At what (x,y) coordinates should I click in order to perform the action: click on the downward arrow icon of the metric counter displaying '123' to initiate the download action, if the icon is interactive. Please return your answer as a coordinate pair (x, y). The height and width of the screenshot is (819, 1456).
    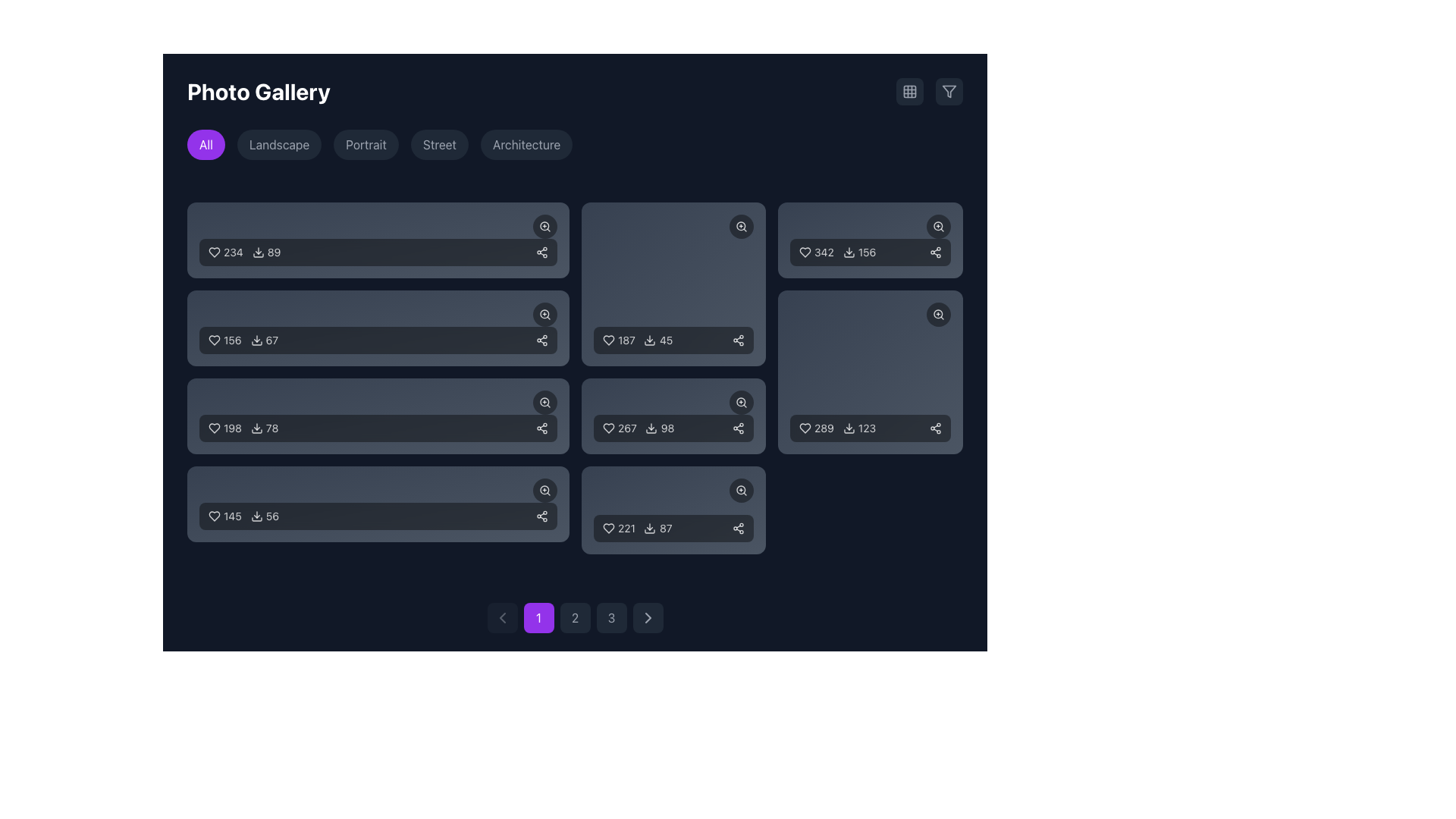
    Looking at the image, I should click on (859, 428).